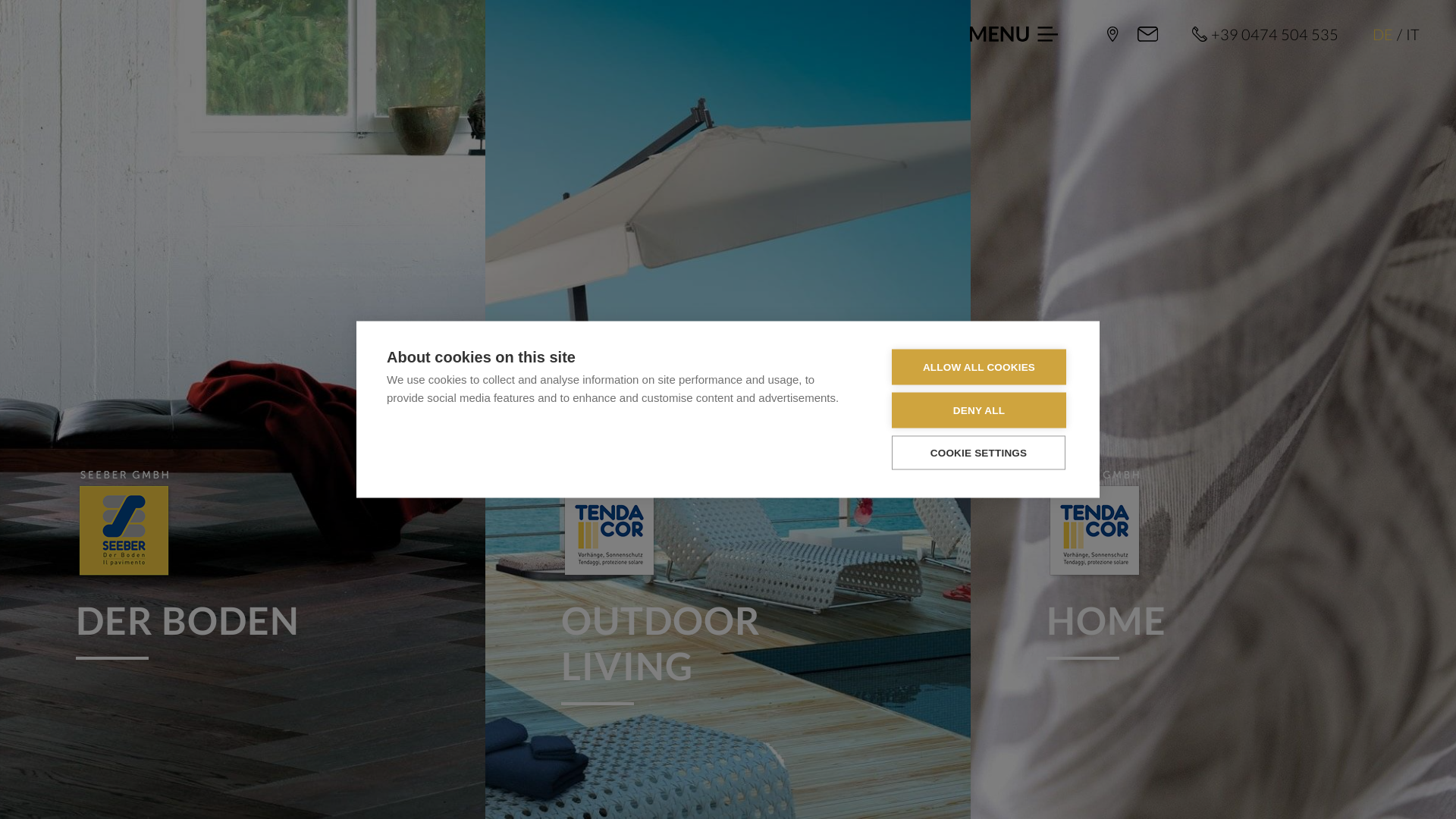  Describe the element at coordinates (75, 565) in the screenshot. I see `'DER BODEN'` at that location.